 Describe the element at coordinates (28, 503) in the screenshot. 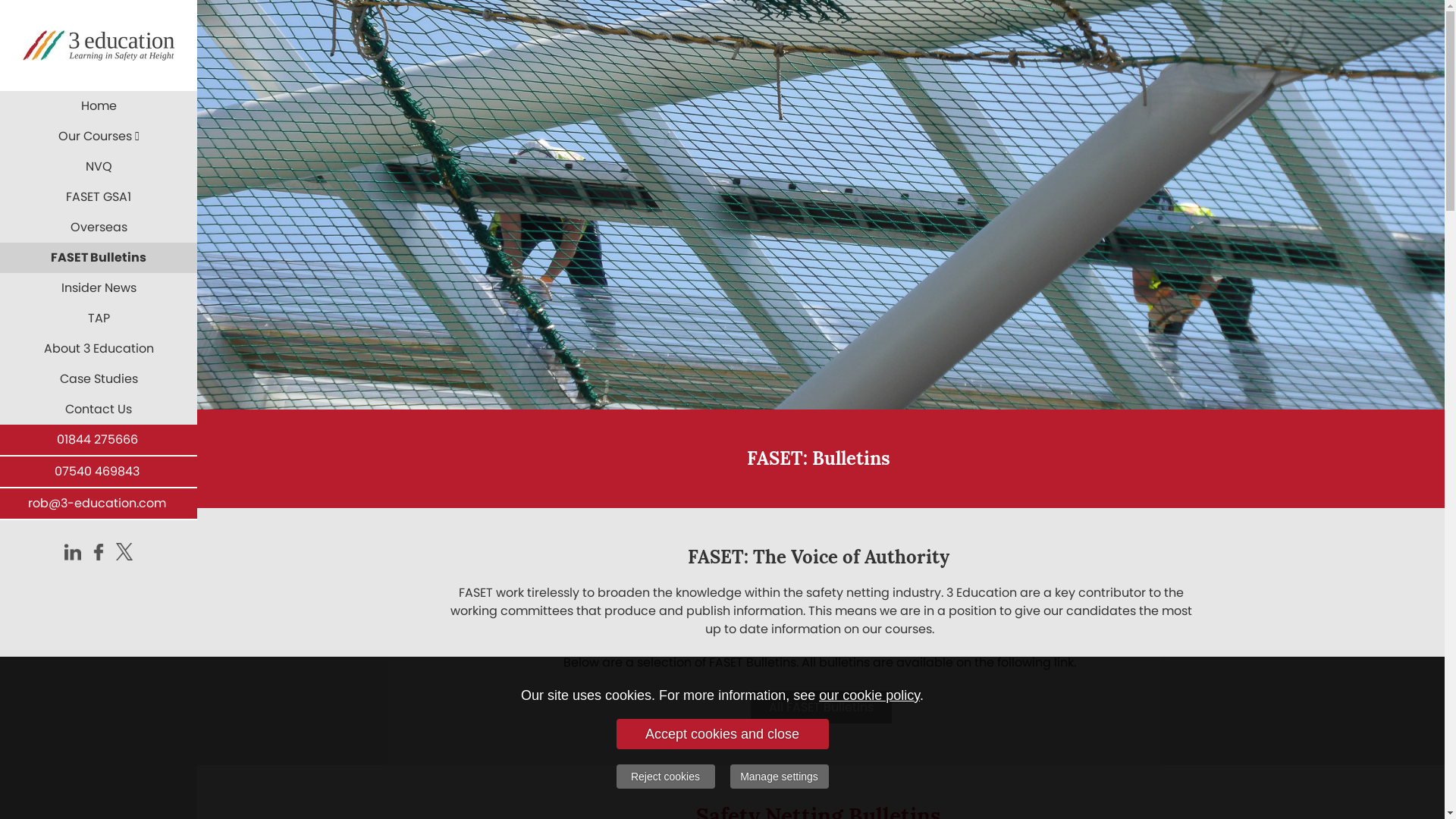

I see `'rob@3-education.com'` at that location.